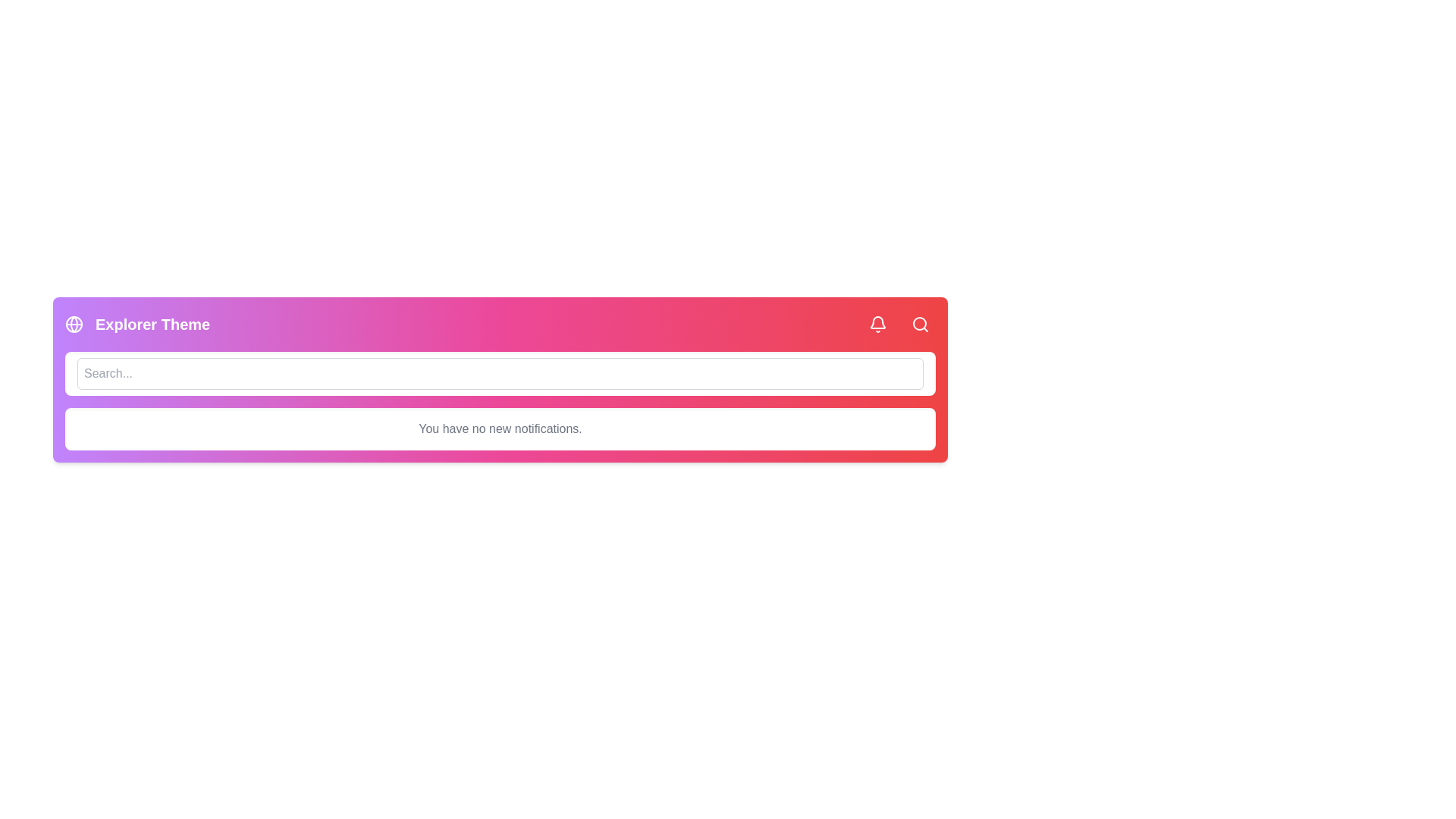 This screenshot has height=819, width=1456. Describe the element at coordinates (877, 322) in the screenshot. I see `the upper curved outline of the bell icon, which serves as a notification indicator in the interface, located in the top-right corner next to the search icon` at that location.